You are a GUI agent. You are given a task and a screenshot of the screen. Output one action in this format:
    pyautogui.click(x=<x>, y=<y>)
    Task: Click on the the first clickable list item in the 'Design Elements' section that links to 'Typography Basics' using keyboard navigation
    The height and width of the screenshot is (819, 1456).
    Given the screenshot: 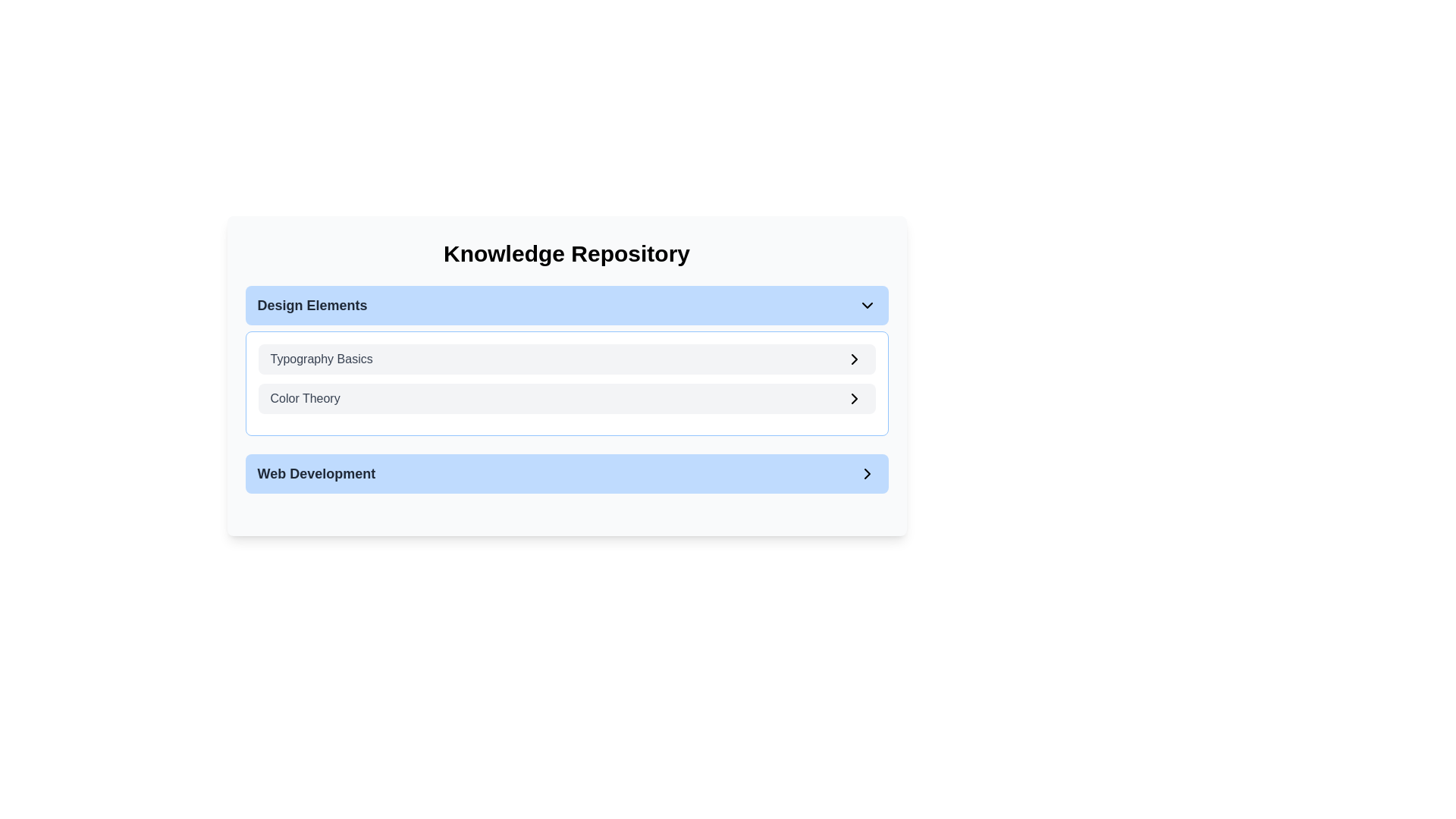 What is the action you would take?
    pyautogui.click(x=566, y=359)
    